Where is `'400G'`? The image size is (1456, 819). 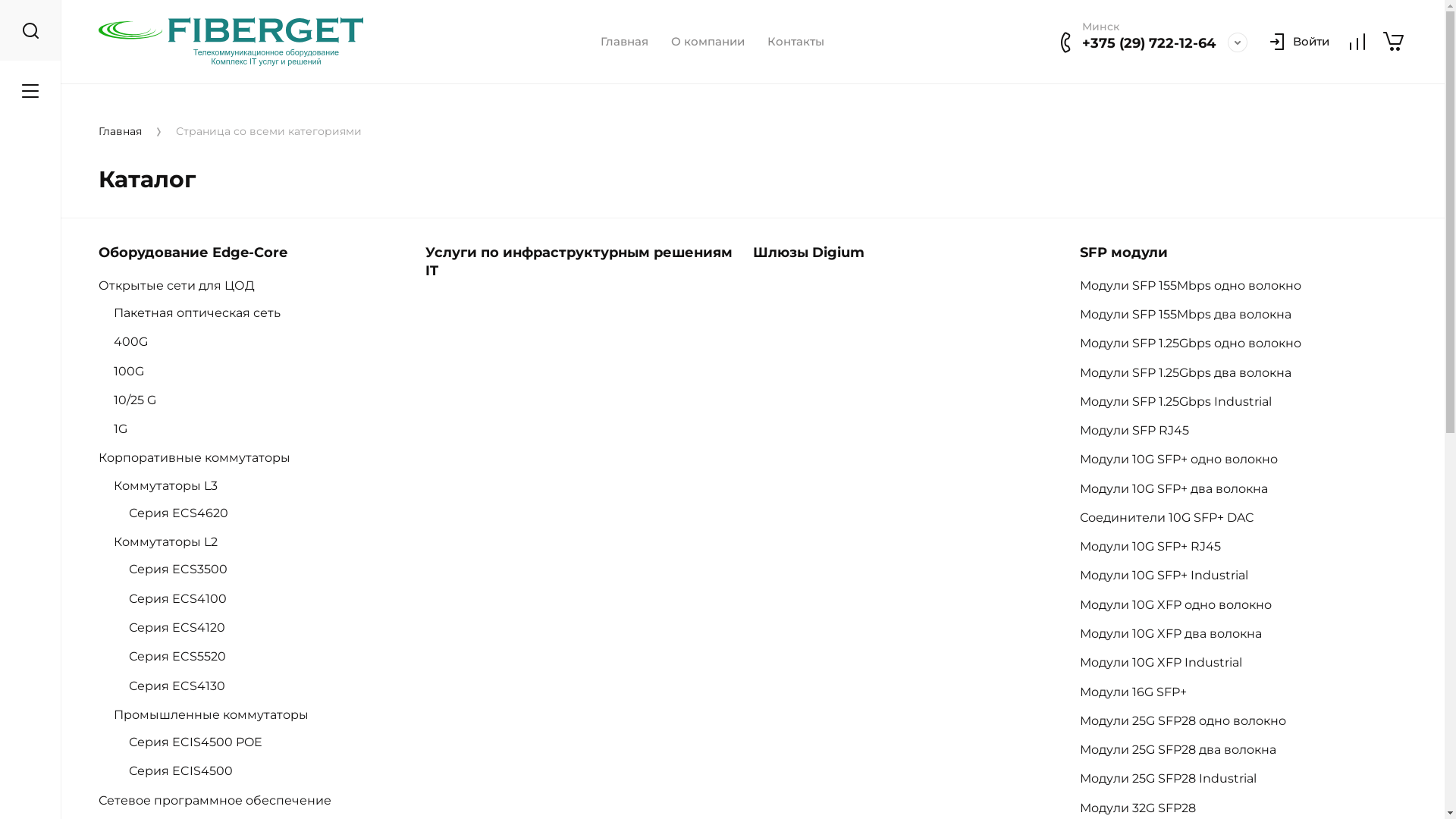 '400G' is located at coordinates (138, 341).